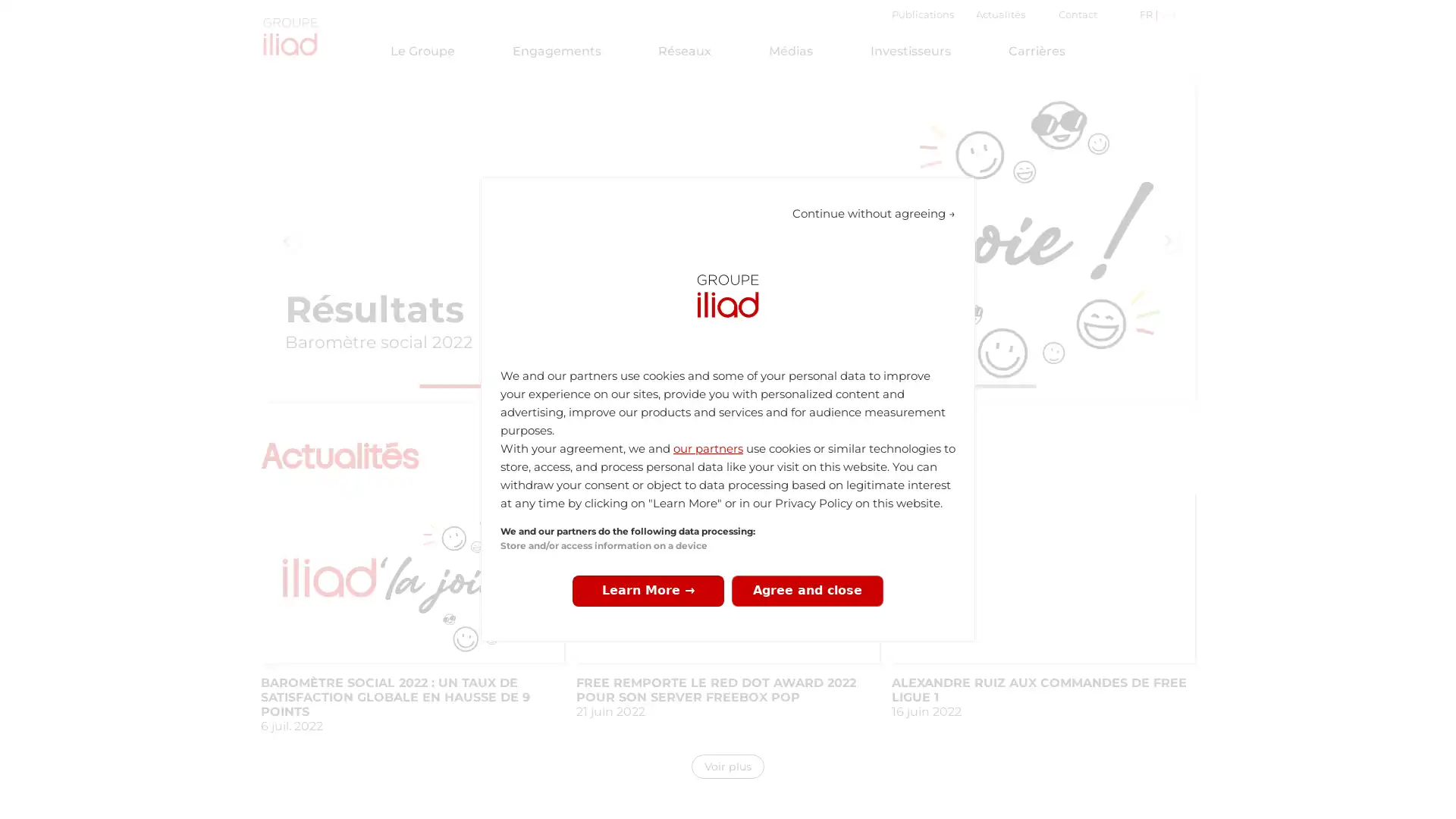 This screenshot has height=819, width=1456. I want to click on Agree to our data processing and close, so click(807, 590).